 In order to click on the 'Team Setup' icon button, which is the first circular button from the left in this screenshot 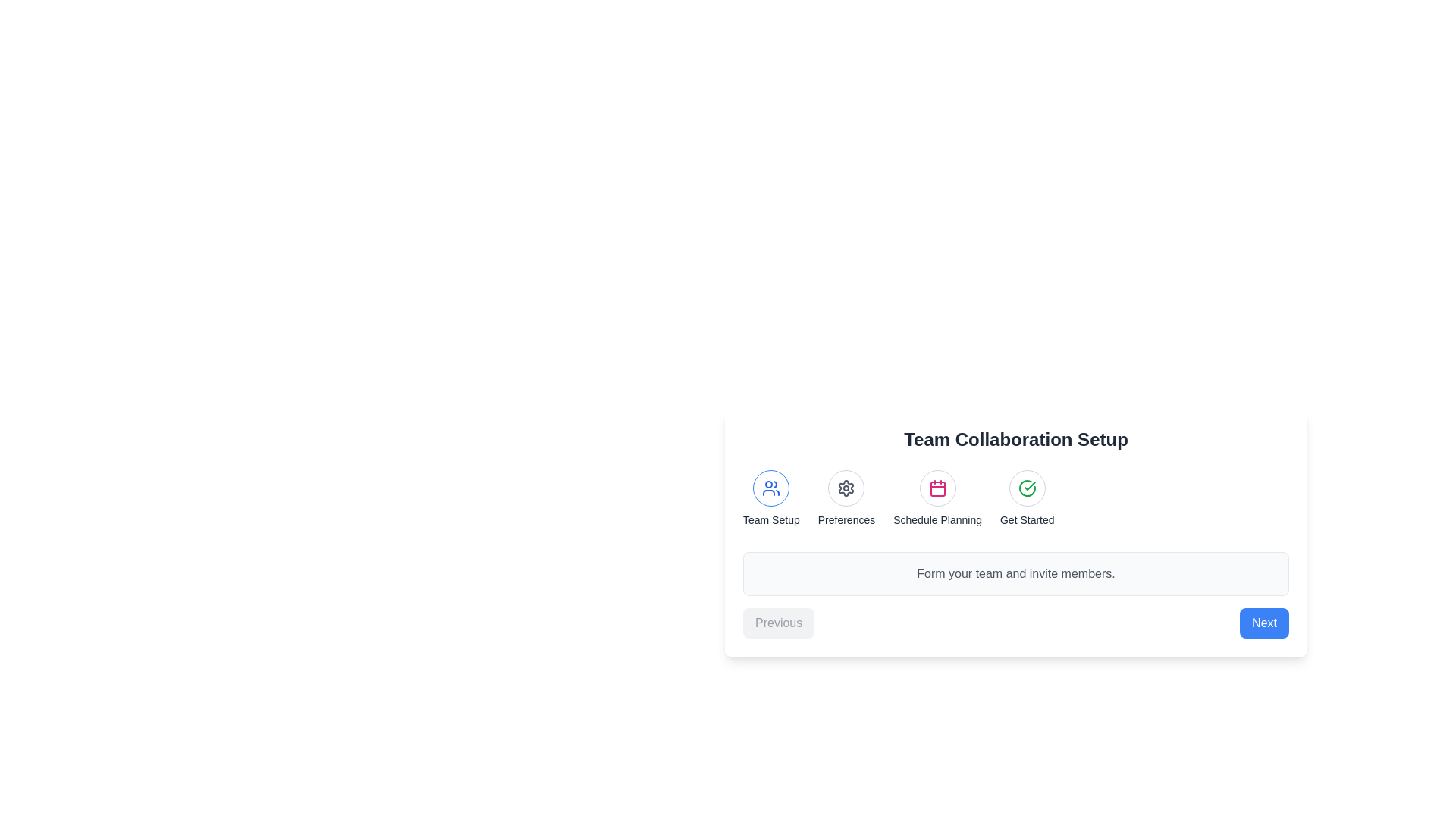, I will do `click(771, 488)`.